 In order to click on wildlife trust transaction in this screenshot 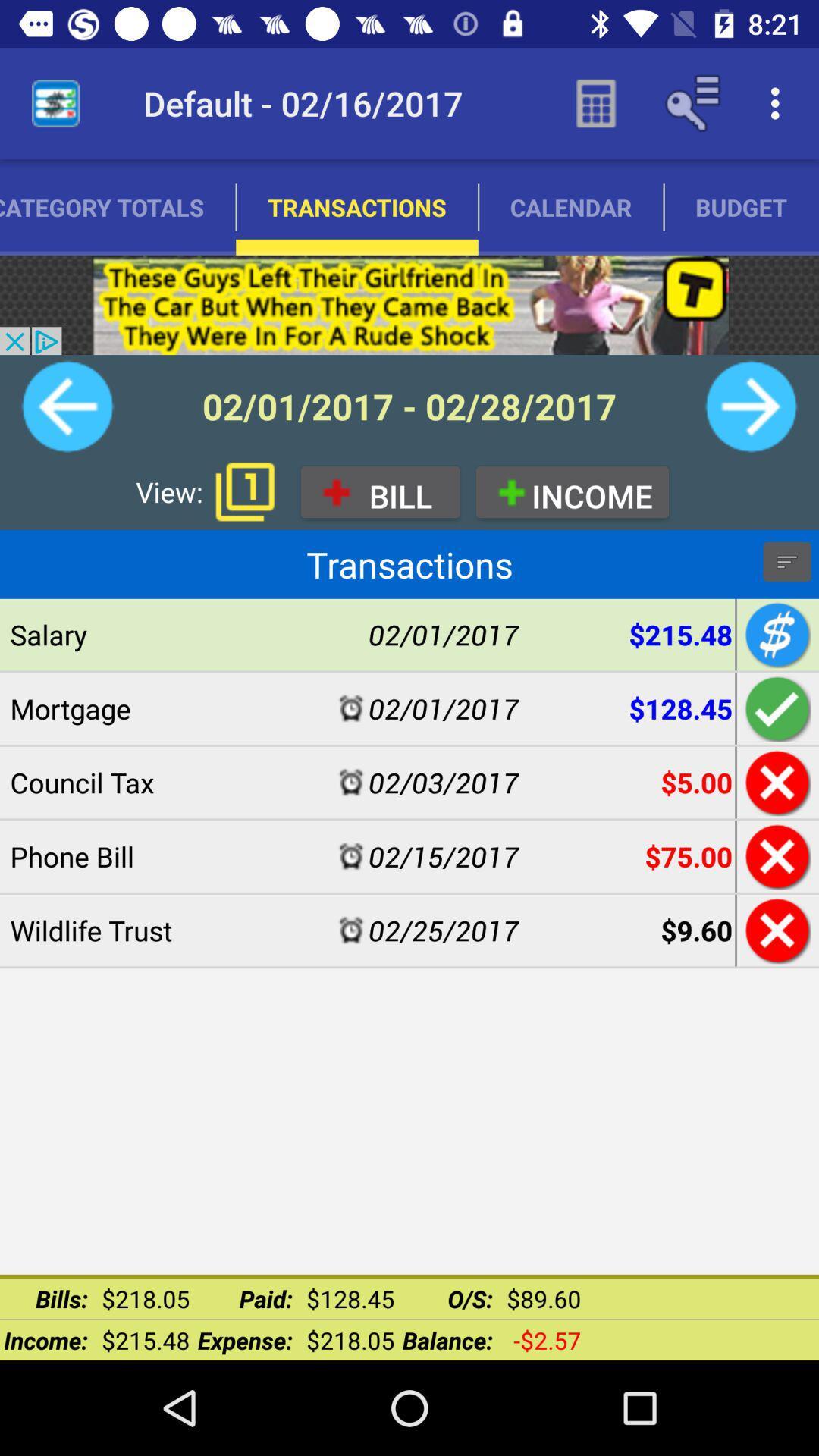, I will do `click(775, 930)`.